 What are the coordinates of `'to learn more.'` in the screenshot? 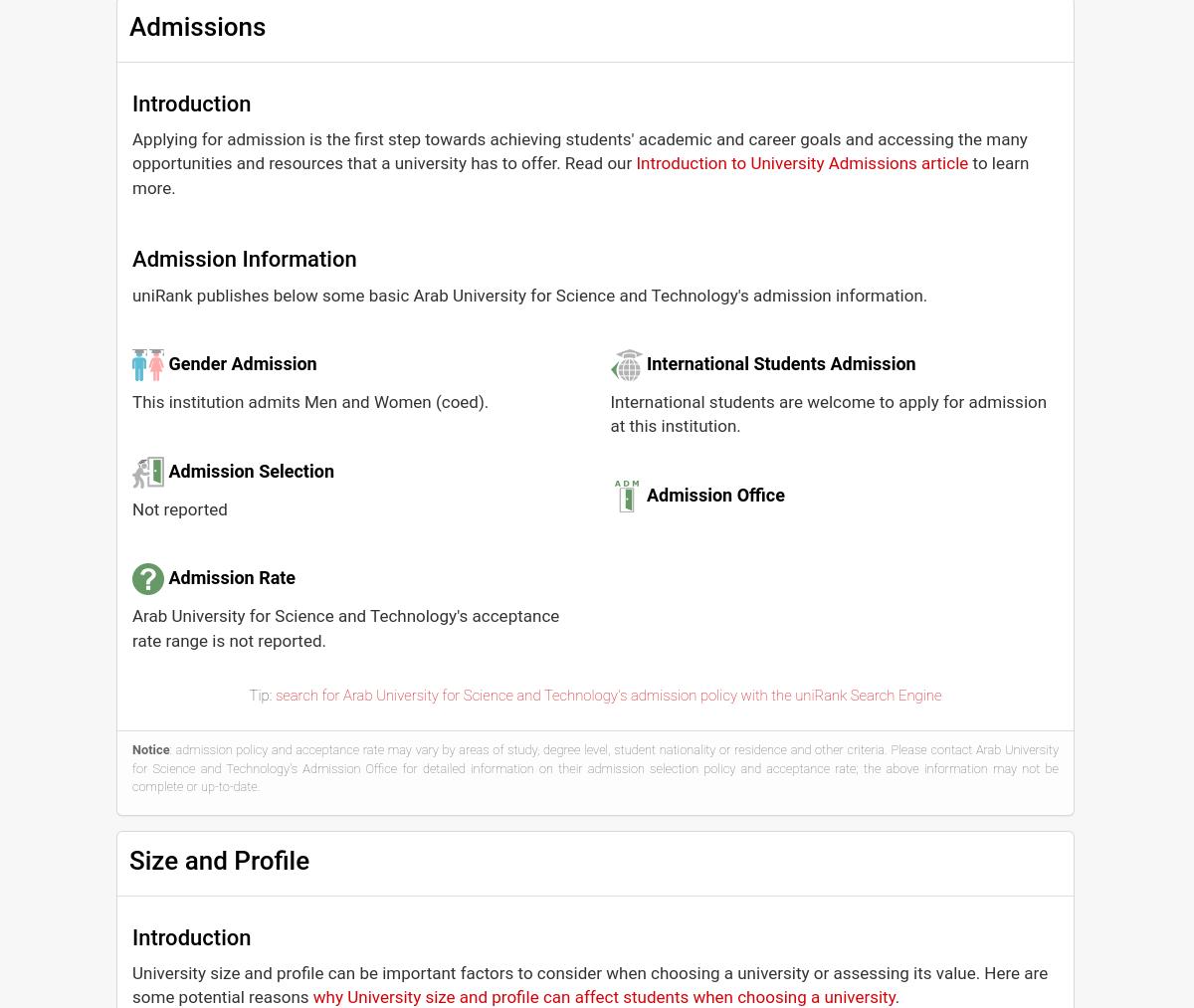 It's located at (579, 174).